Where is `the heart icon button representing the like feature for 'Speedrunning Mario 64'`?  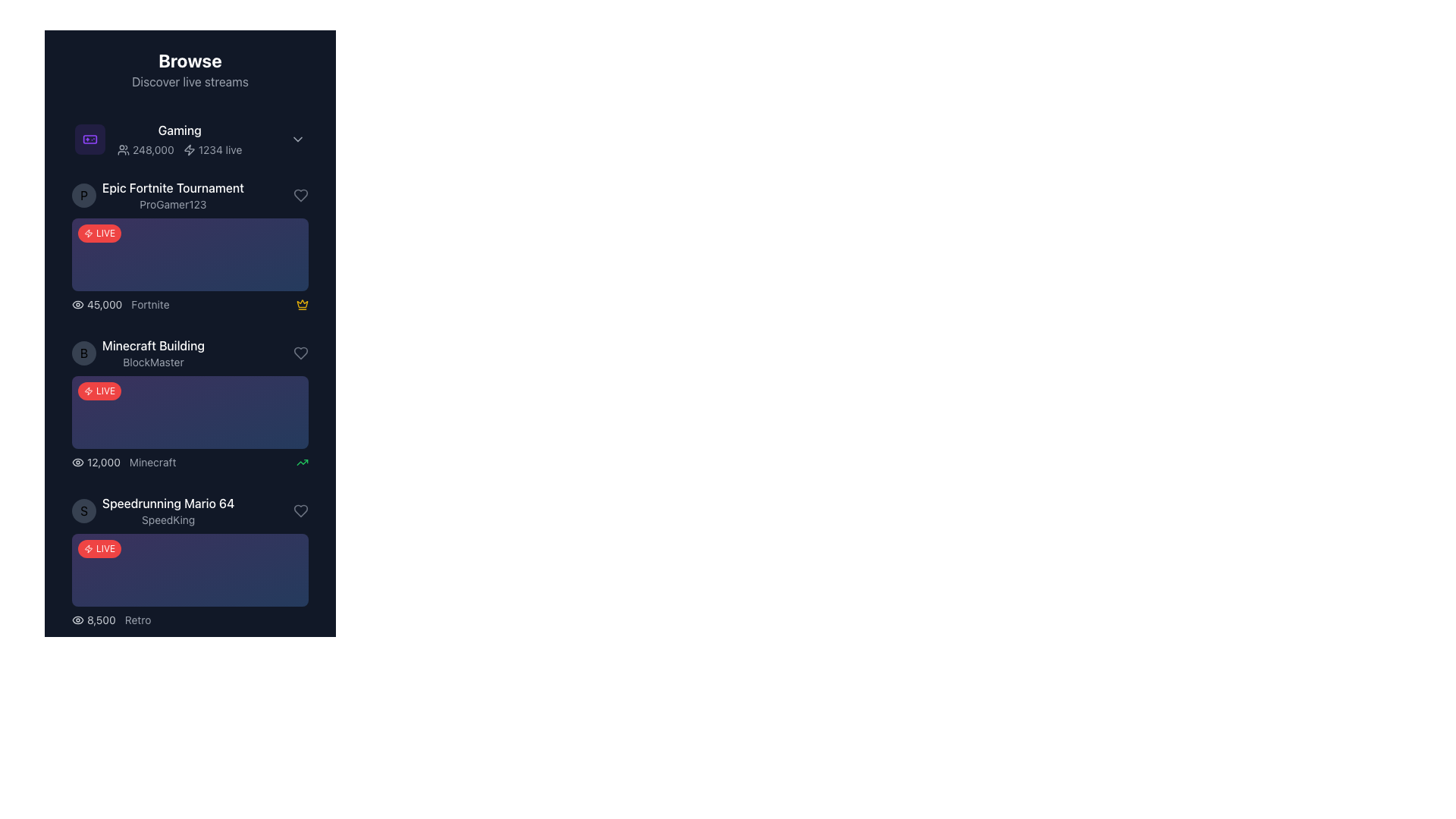
the heart icon button representing the like feature for 'Speedrunning Mario 64' is located at coordinates (301, 511).